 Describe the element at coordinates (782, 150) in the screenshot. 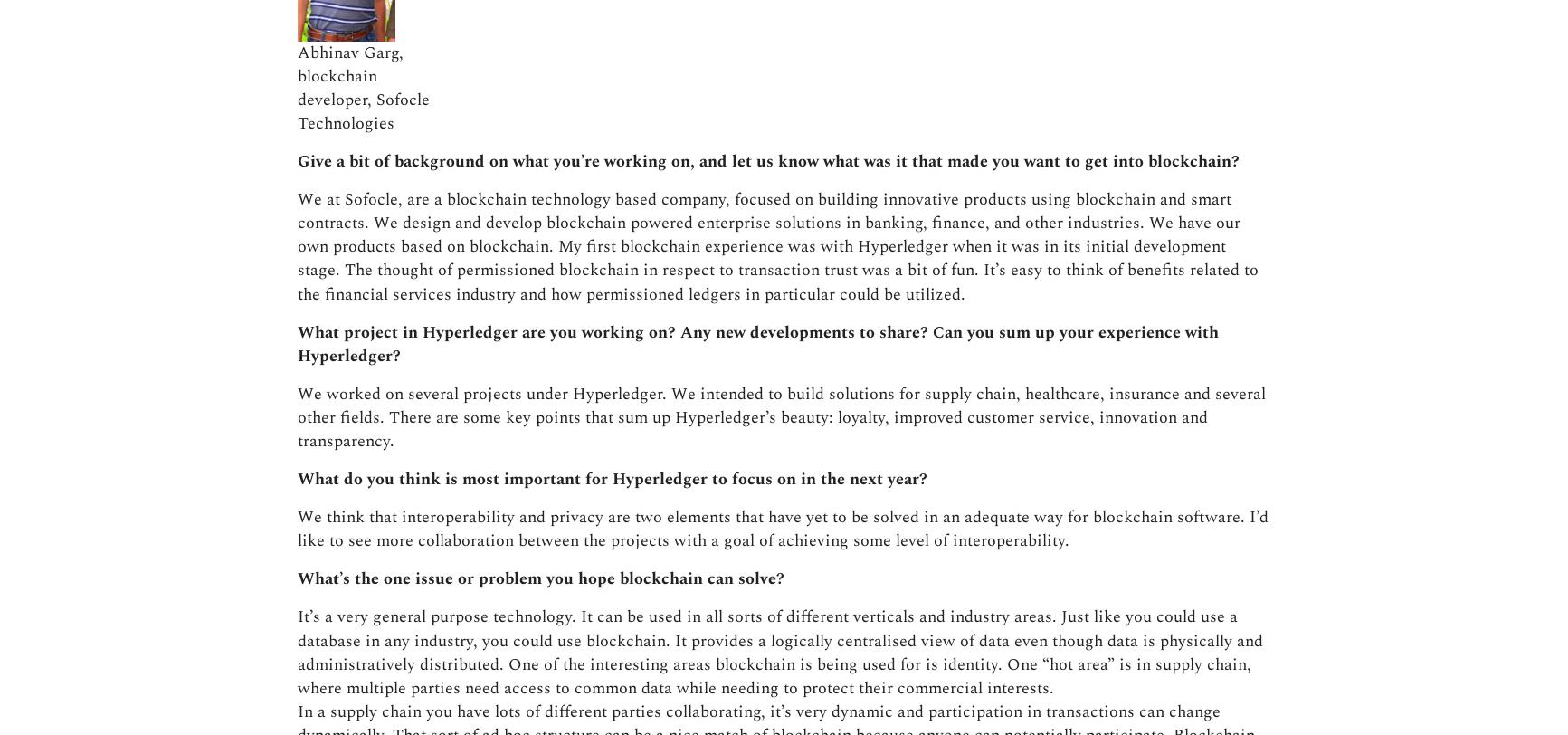

I see `'We think that interoperability and privacy are two elements that have yet to be solved in an adequate way for blockchain software. I’d like to see more collaboration between the projects with a goal of achieving some level of interoperability.'` at that location.